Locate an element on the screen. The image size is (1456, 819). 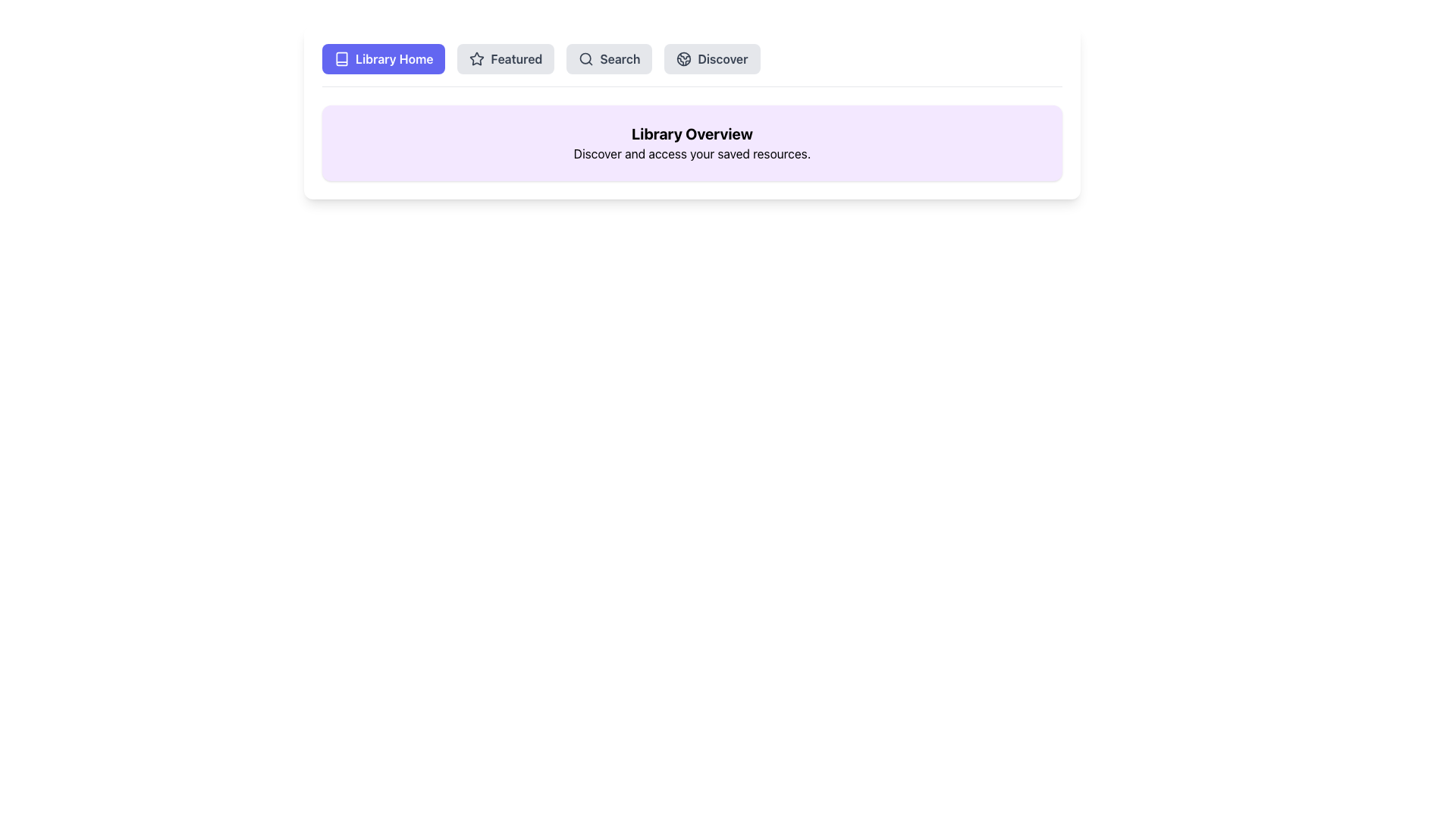
text header located at the top of the section, which serves as the main topic indicator for the content below is located at coordinates (691, 133).